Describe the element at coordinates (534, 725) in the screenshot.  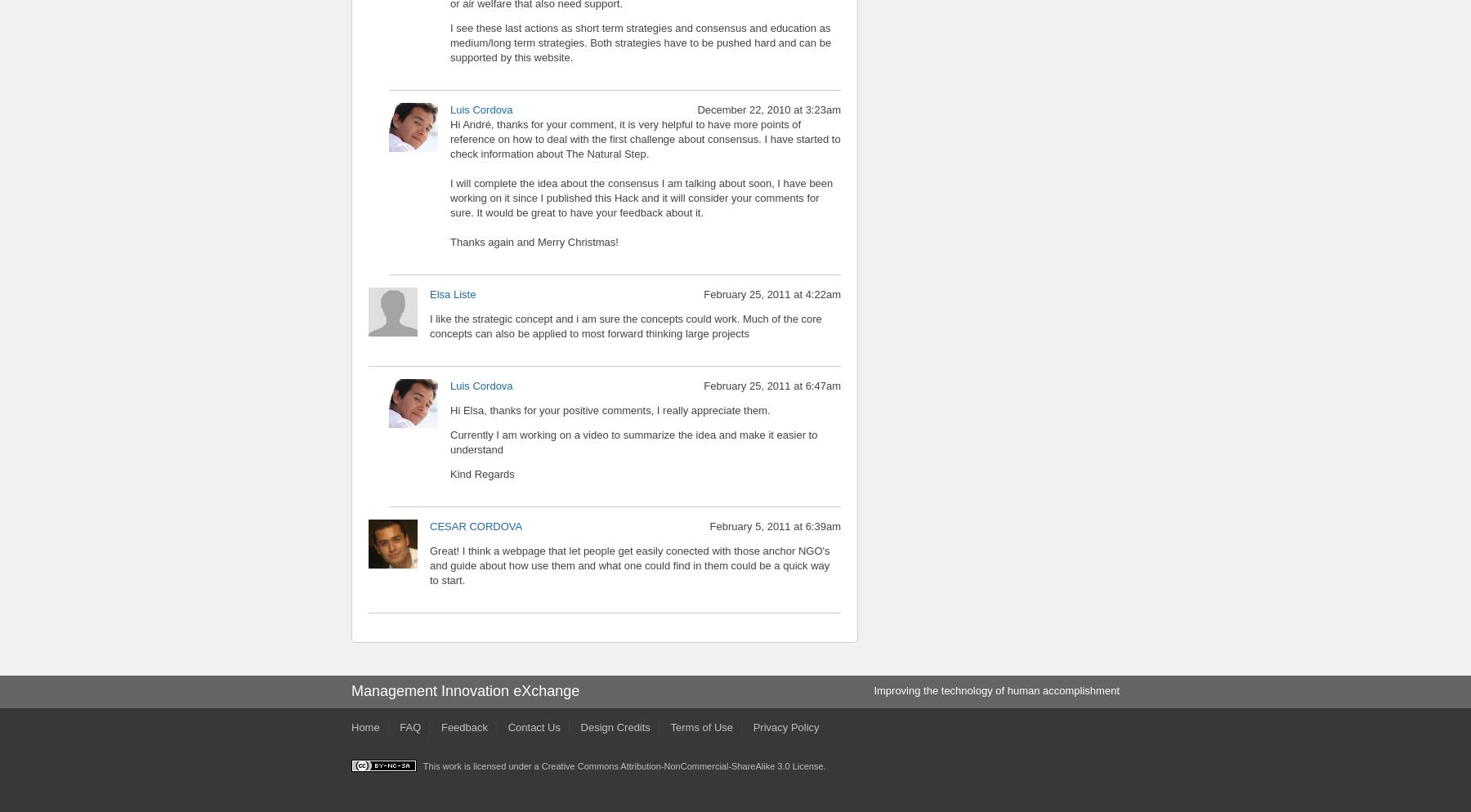
I see `'Contact Us'` at that location.